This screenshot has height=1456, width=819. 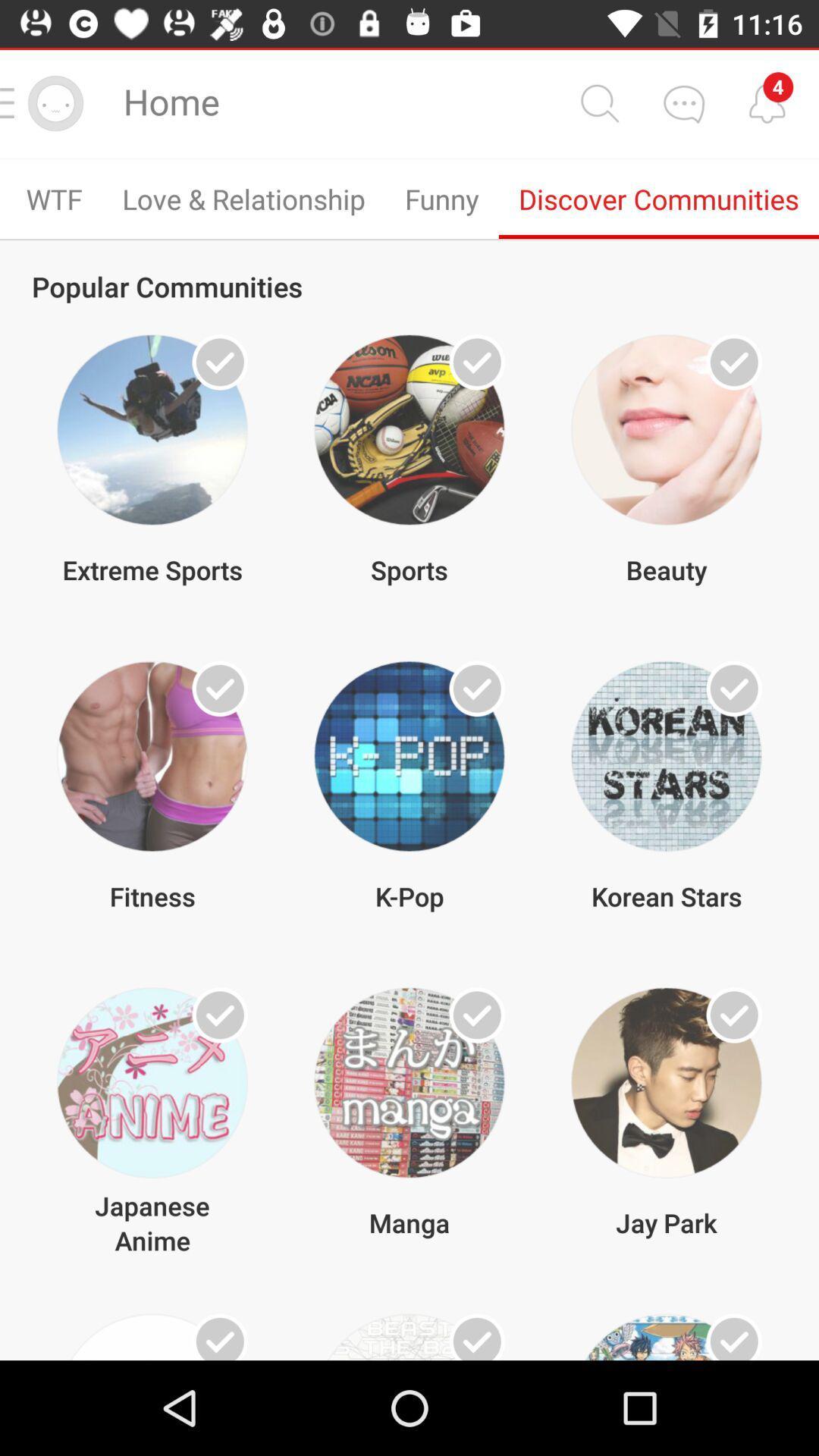 What do you see at coordinates (598, 102) in the screenshot?
I see `the search icon` at bounding box center [598, 102].